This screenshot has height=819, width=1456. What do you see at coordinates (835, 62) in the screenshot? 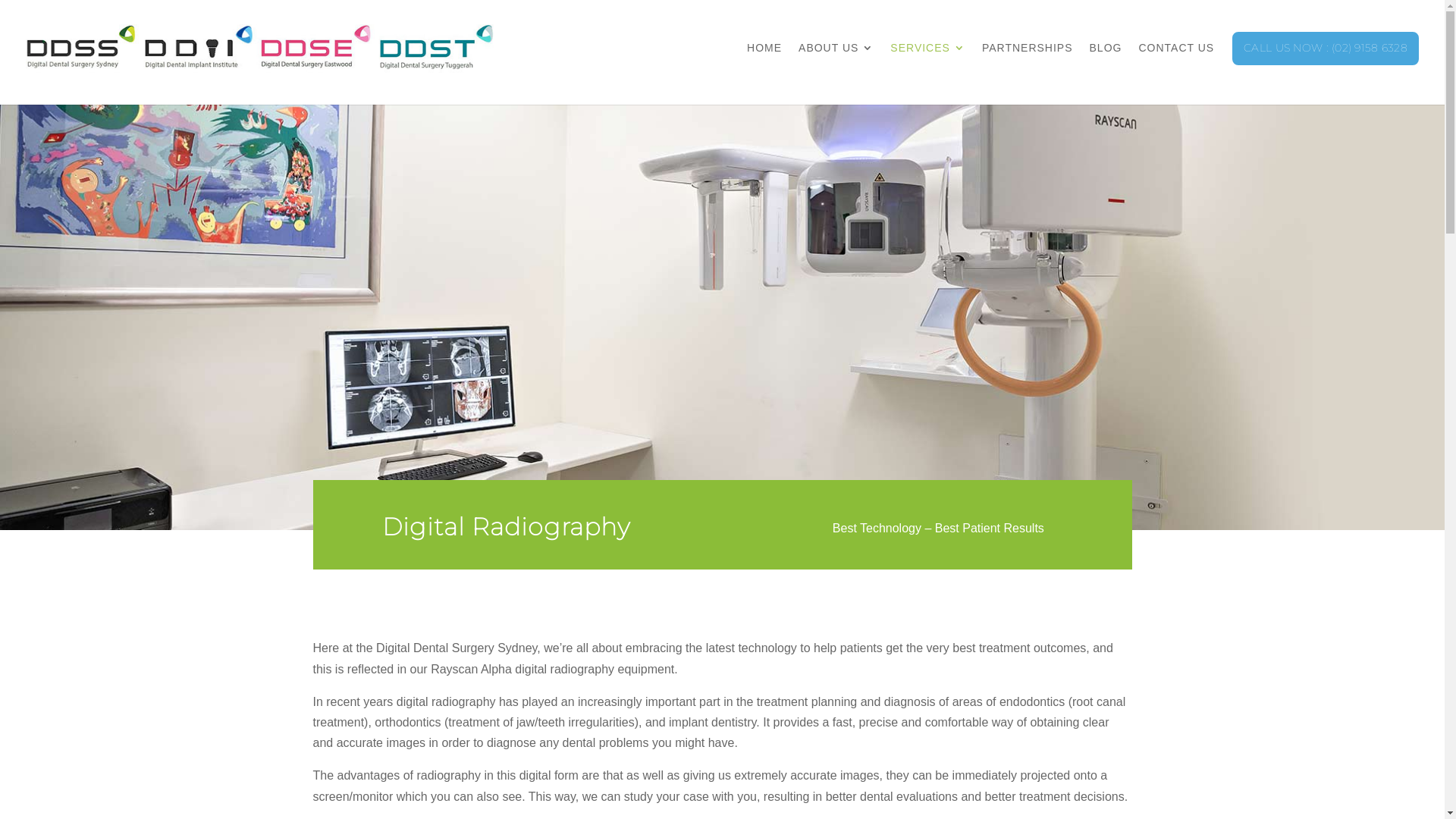
I see `'ABOUT US'` at bounding box center [835, 62].